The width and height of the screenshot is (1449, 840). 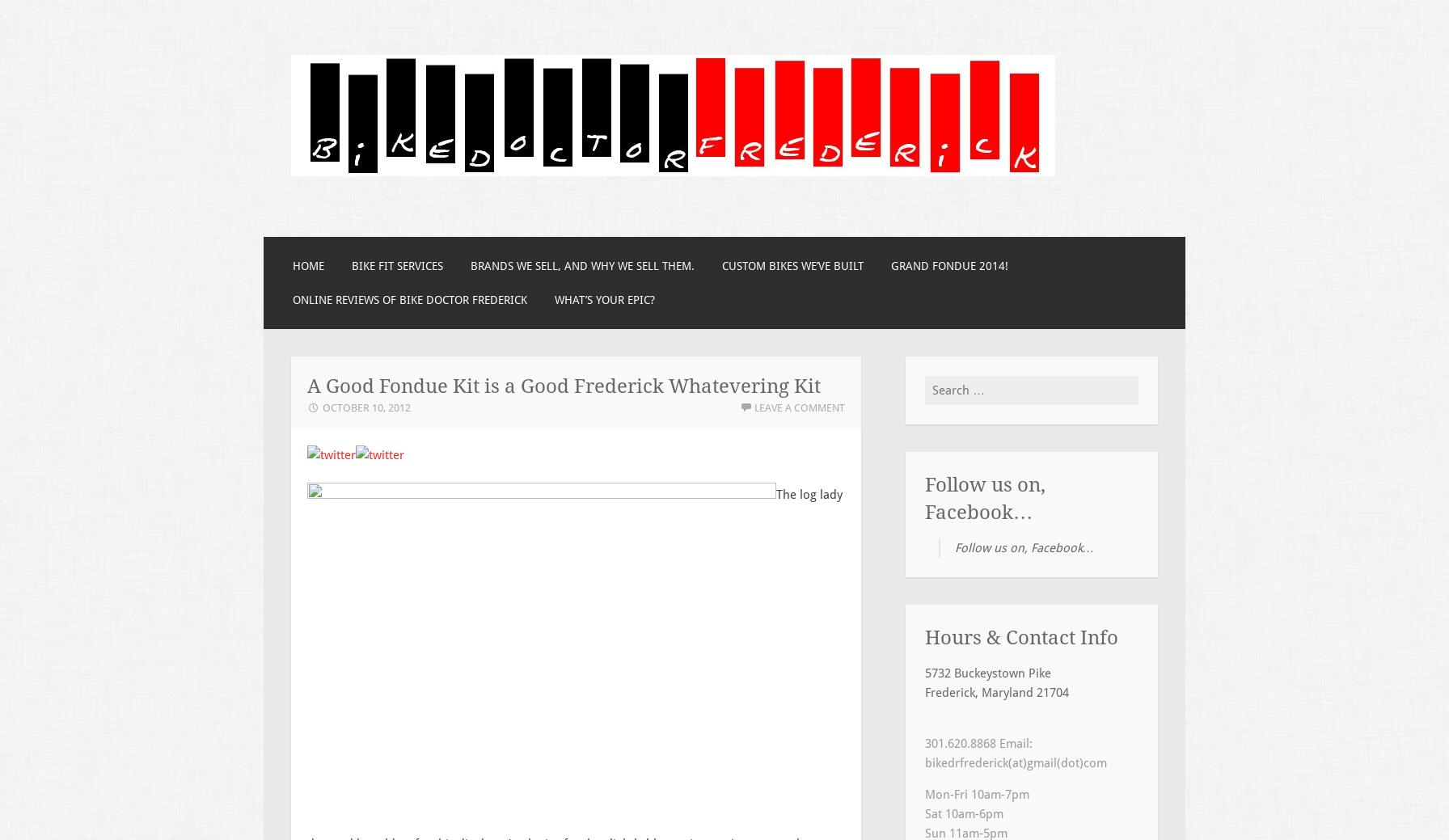 I want to click on 'A Good Fondue Kit is a Good Frederick Whatevering Kit', so click(x=564, y=385).